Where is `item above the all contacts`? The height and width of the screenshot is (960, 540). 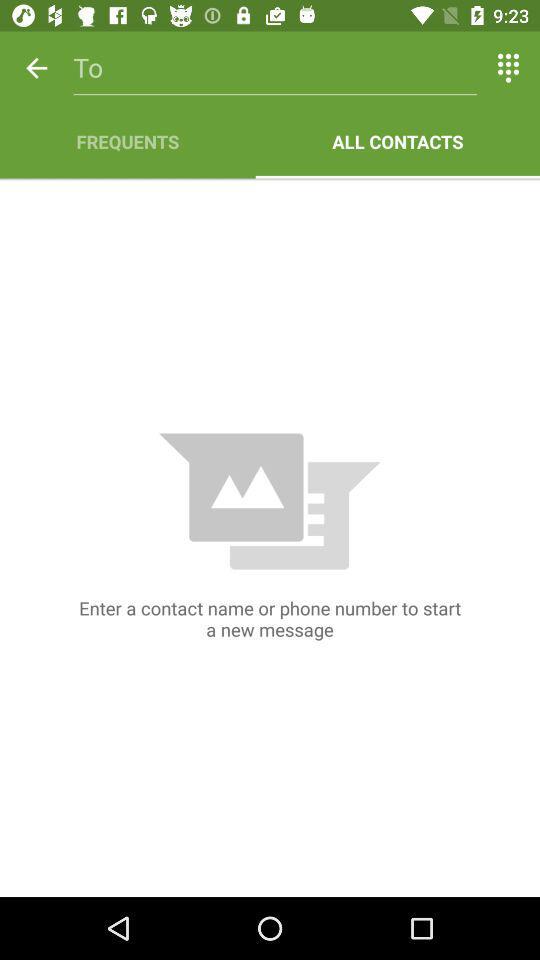
item above the all contacts is located at coordinates (508, 68).